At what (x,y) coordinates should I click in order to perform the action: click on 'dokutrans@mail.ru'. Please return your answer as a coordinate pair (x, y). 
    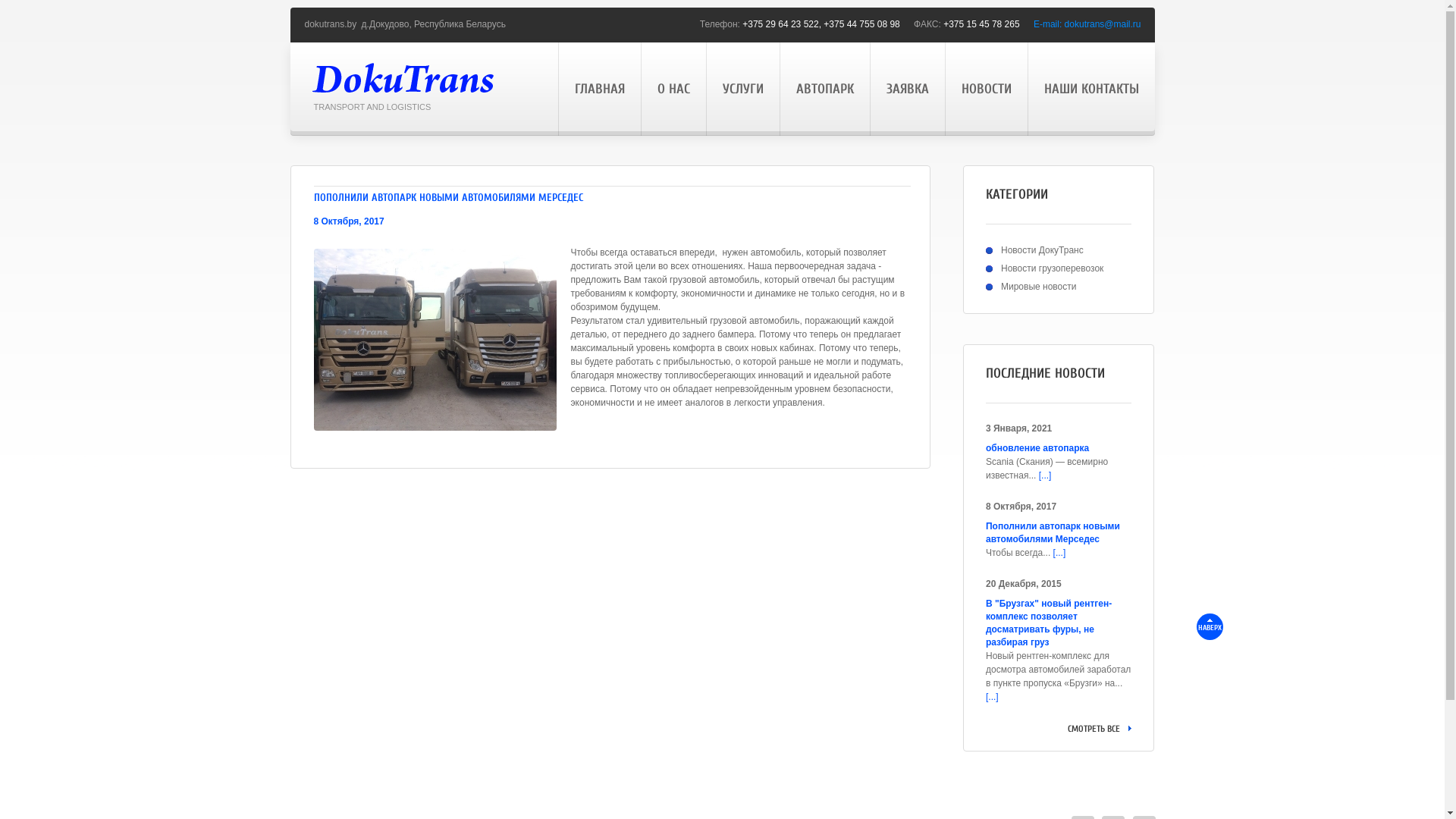
    Looking at the image, I should click on (1103, 24).